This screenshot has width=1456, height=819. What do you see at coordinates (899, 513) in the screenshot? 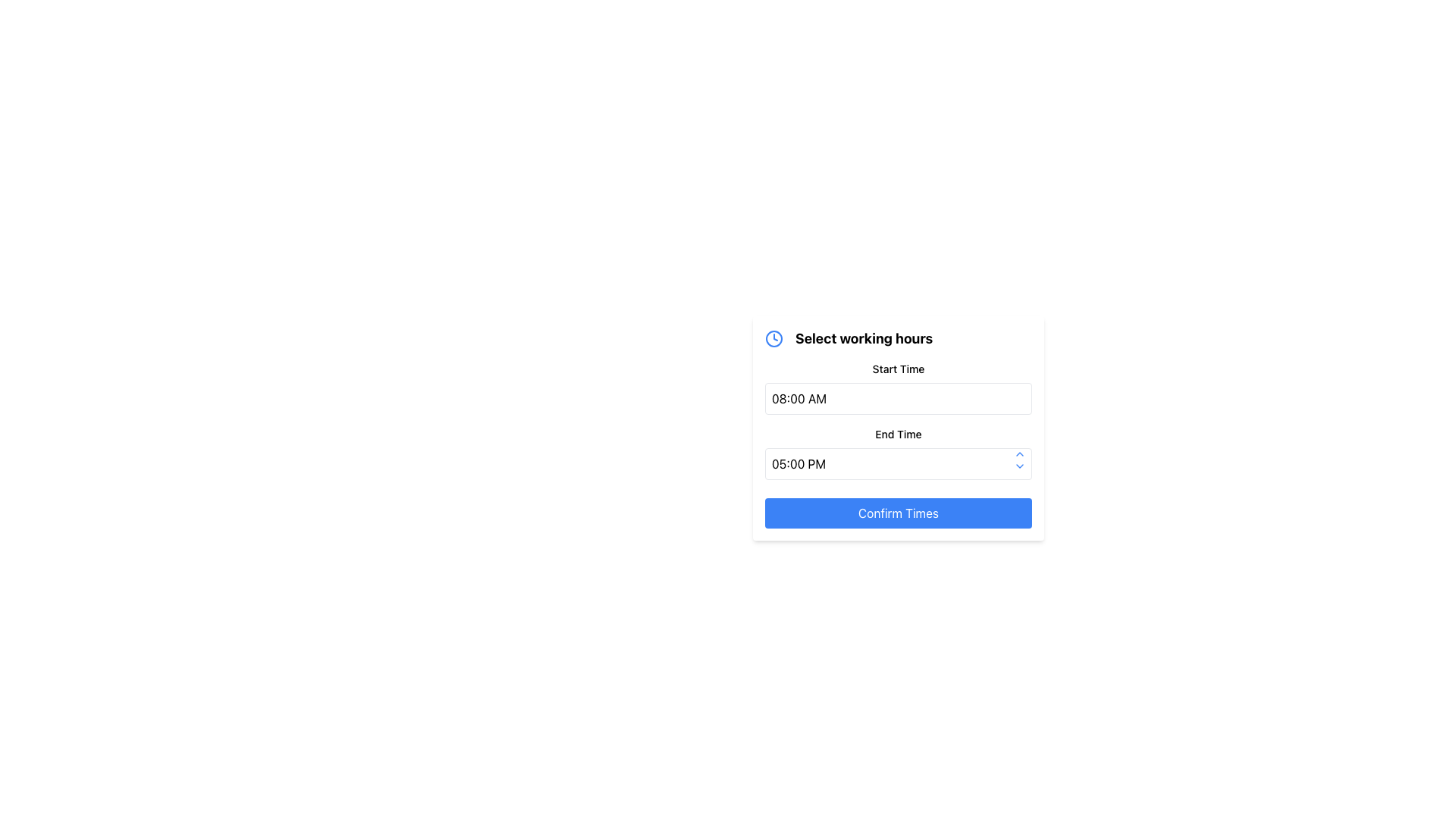
I see `the 'Confirm Times' button located at the bottom of the 'Select working hours' card to confirm times` at bounding box center [899, 513].